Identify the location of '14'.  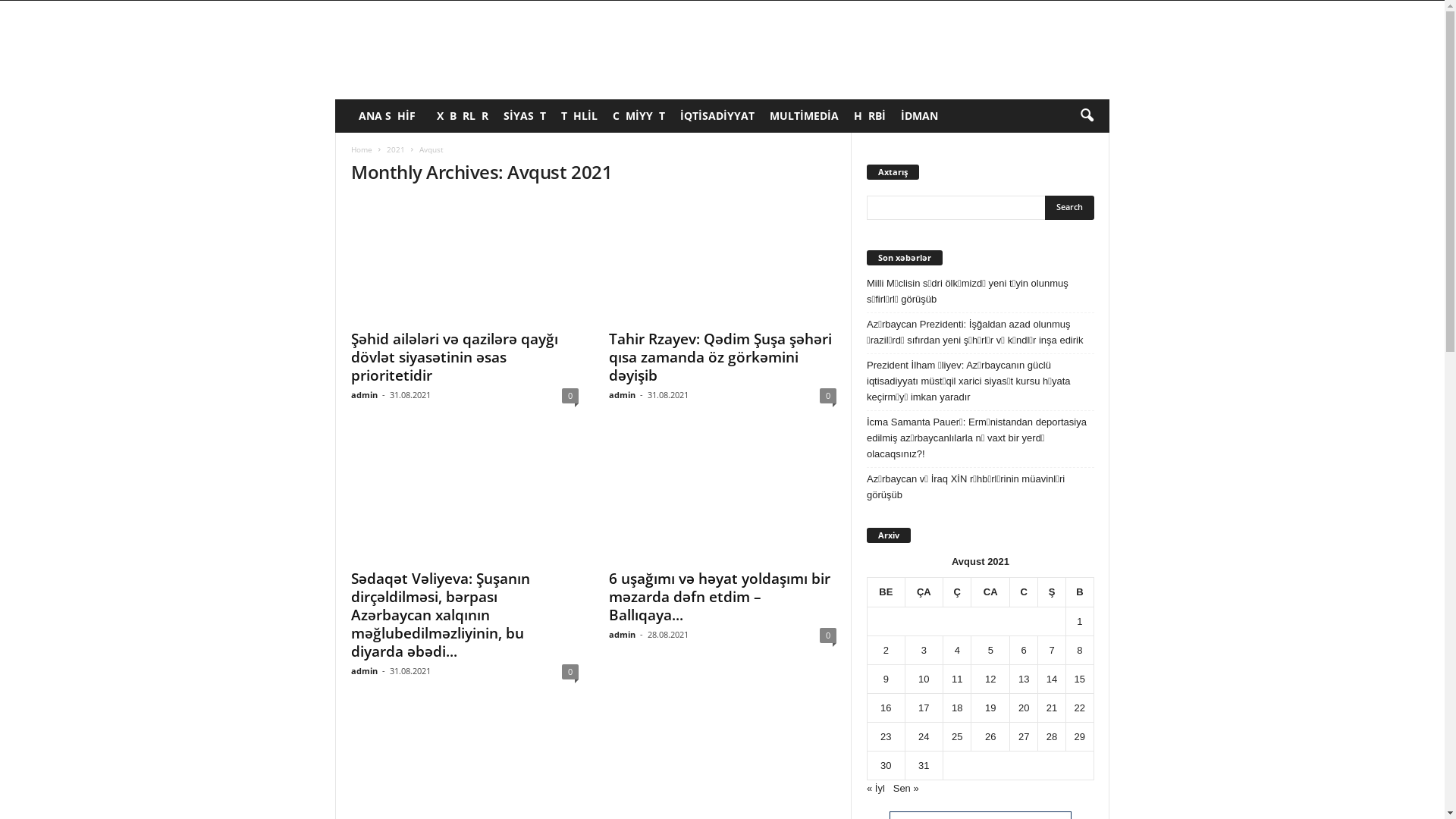
(1051, 678).